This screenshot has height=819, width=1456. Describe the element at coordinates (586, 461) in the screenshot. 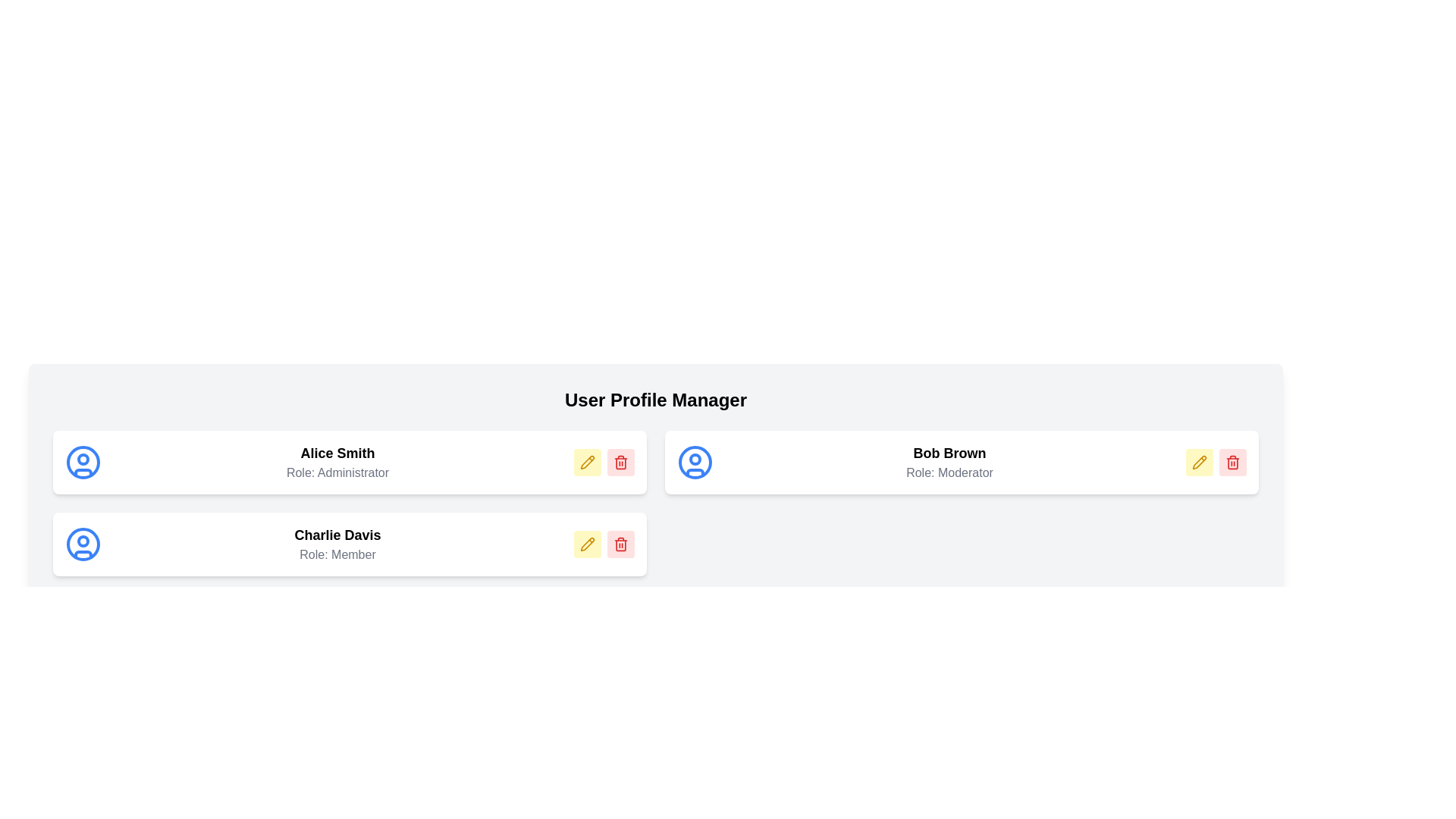

I see `the yellow circular button containing the pencil icon beside the text 'Alice Smith Role: Administrator'` at that location.